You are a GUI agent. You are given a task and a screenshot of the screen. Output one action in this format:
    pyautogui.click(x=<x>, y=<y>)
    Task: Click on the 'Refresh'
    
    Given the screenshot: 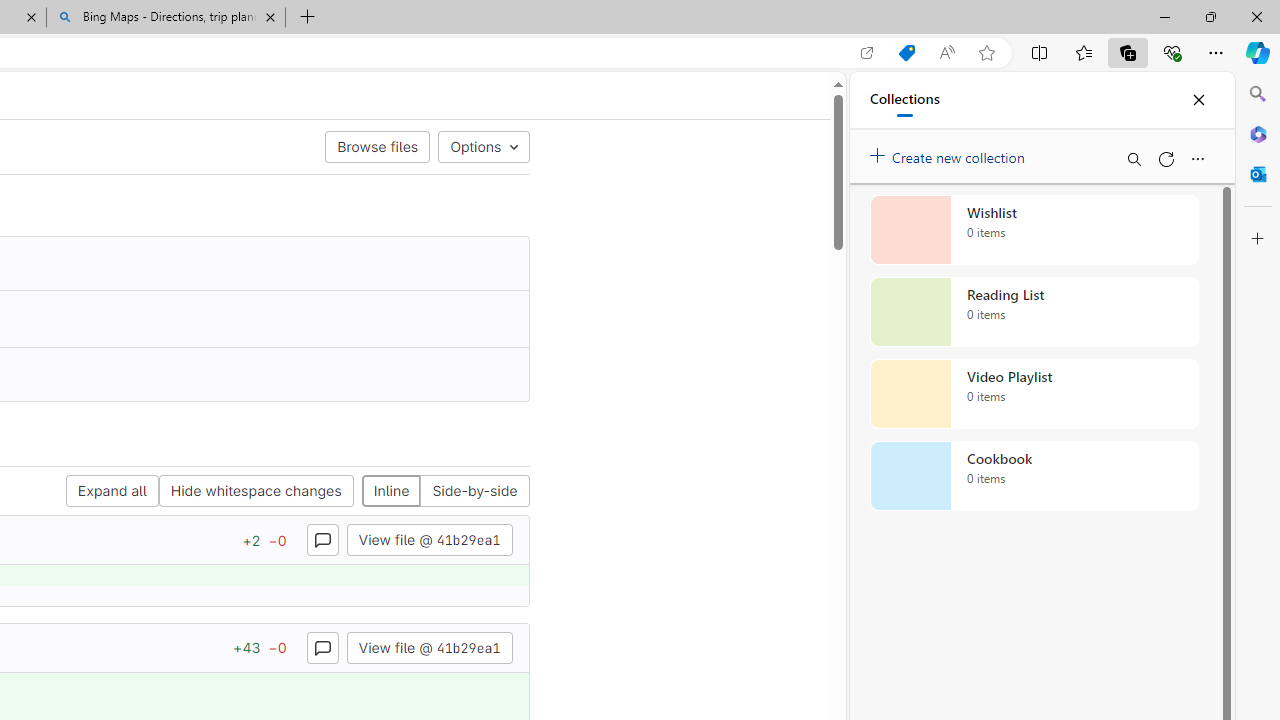 What is the action you would take?
    pyautogui.click(x=1165, y=158)
    